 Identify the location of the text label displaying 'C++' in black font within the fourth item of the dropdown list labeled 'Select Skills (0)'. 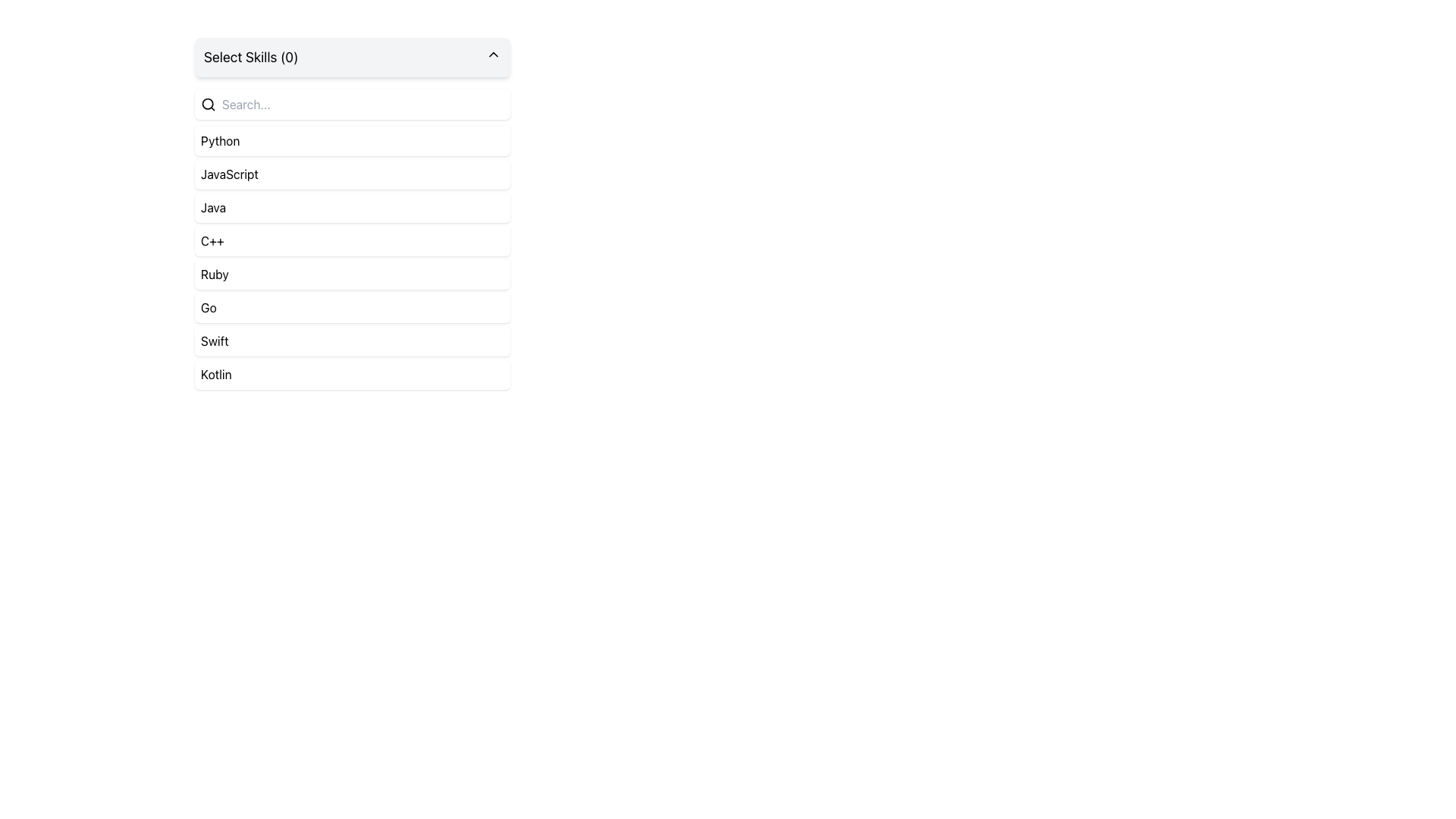
(212, 240).